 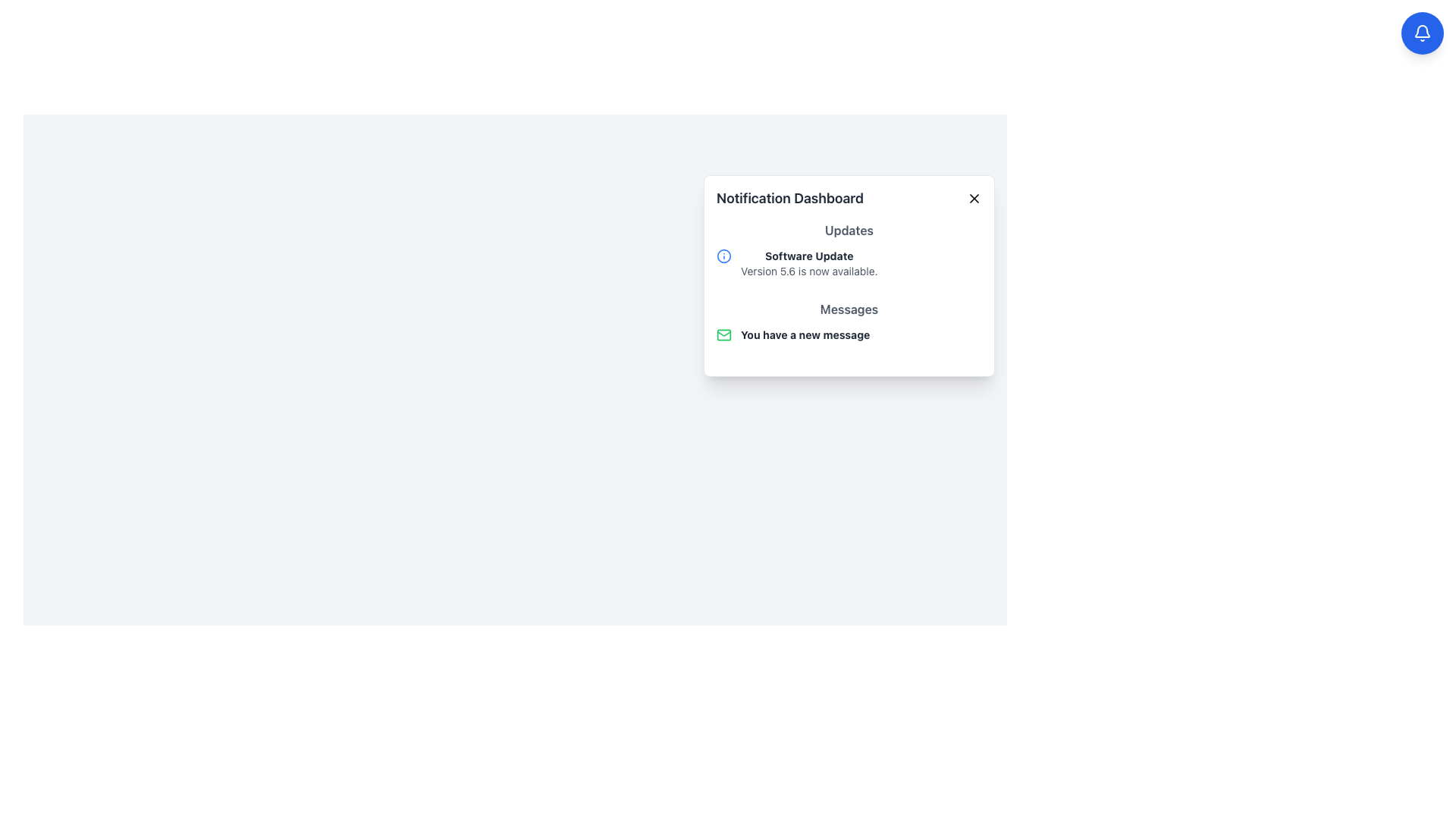 What do you see at coordinates (808, 271) in the screenshot?
I see `the small gray text paragraph that reads 'Version 5.6 is now available.' located within the notification card, directly below the 'Software Update' text` at bounding box center [808, 271].